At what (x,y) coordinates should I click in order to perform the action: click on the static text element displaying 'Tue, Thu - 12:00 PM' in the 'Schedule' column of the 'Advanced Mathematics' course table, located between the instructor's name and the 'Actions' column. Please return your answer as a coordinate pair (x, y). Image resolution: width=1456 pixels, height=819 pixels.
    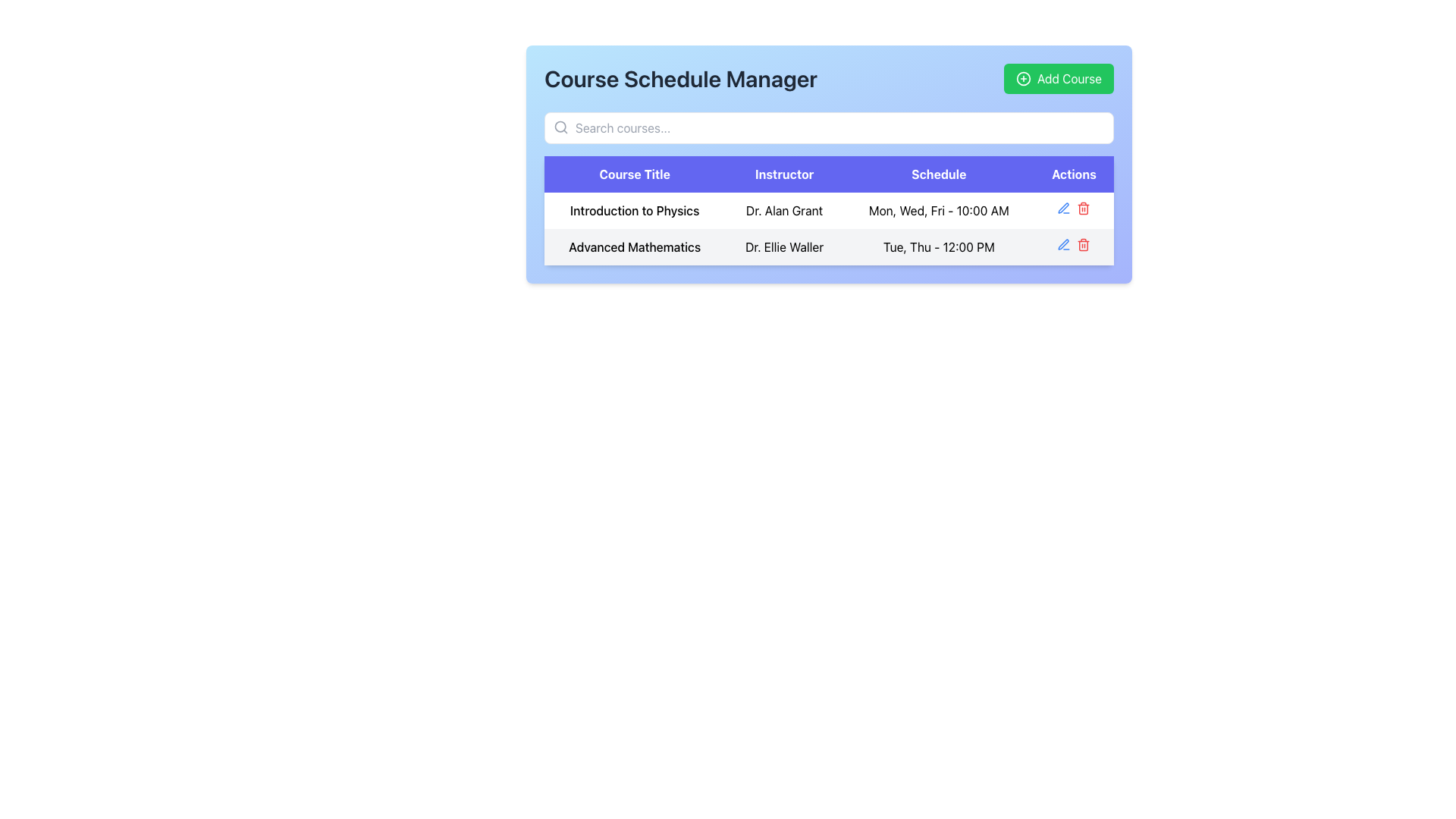
    Looking at the image, I should click on (938, 246).